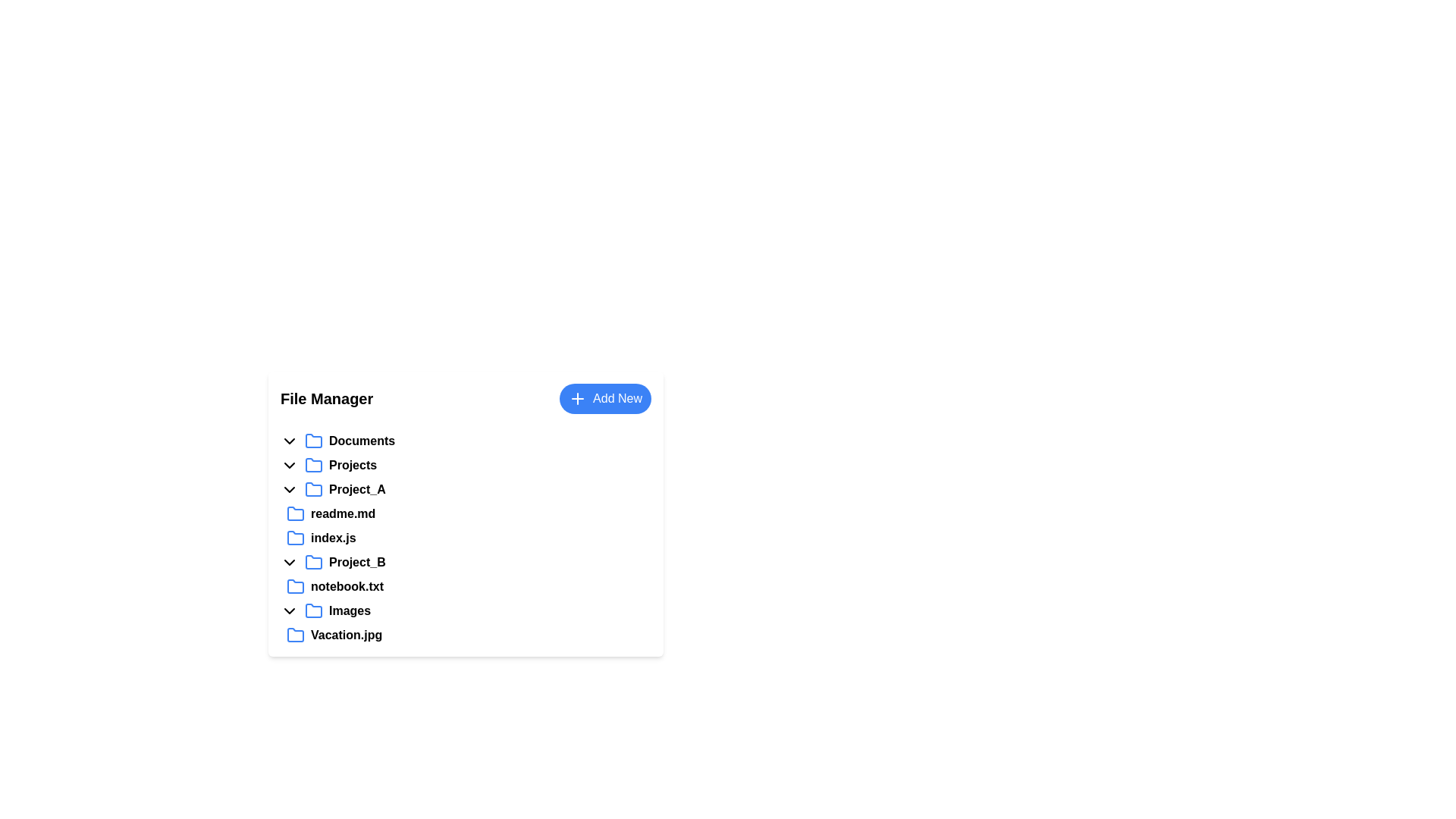 Image resolution: width=1456 pixels, height=819 pixels. What do you see at coordinates (465, 513) in the screenshot?
I see `the file entry labeled 'readme.md'` at bounding box center [465, 513].